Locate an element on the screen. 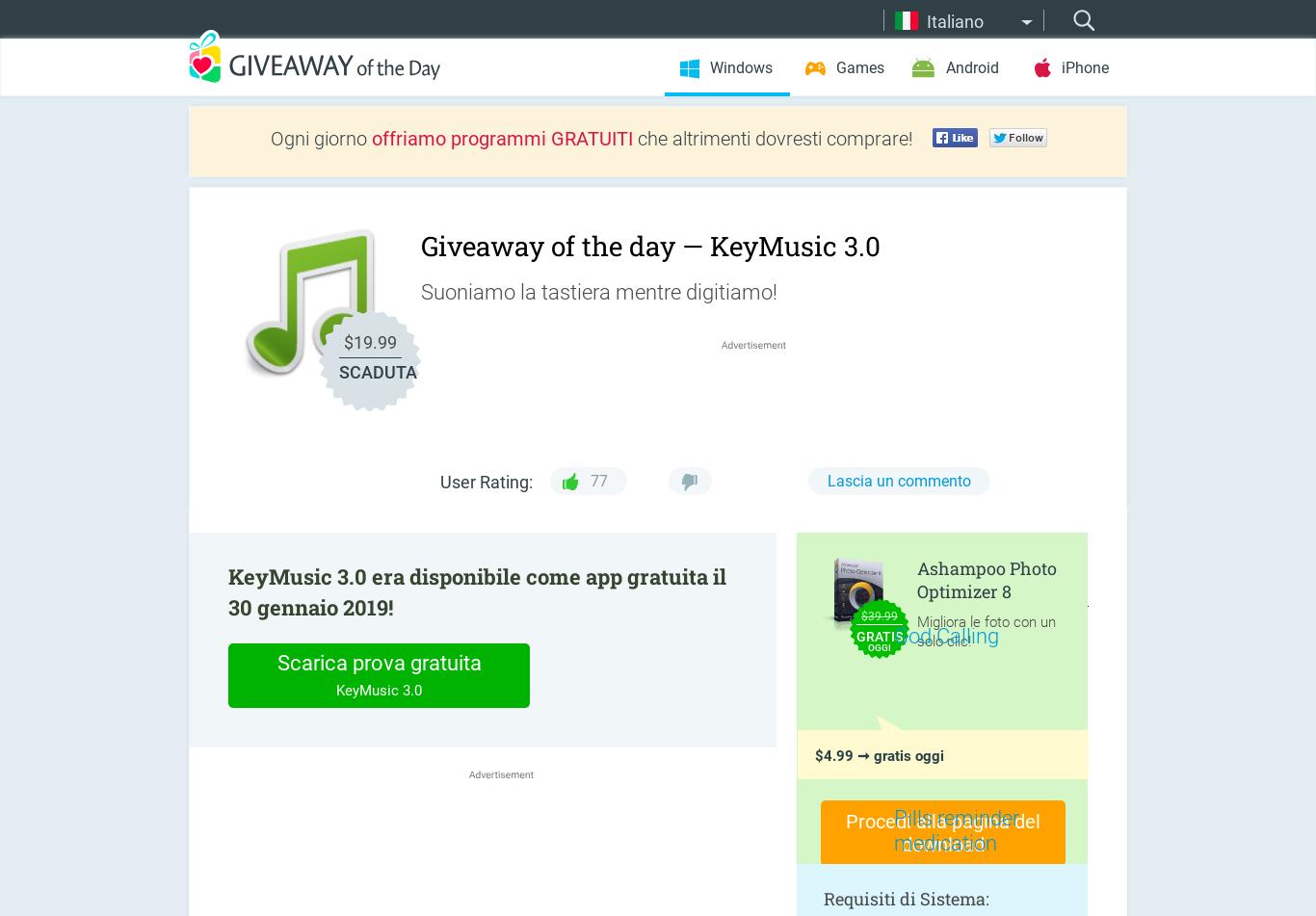 The width and height of the screenshot is (1316, 916). 'offriamo programmi GRATUITI' is located at coordinates (371, 138).